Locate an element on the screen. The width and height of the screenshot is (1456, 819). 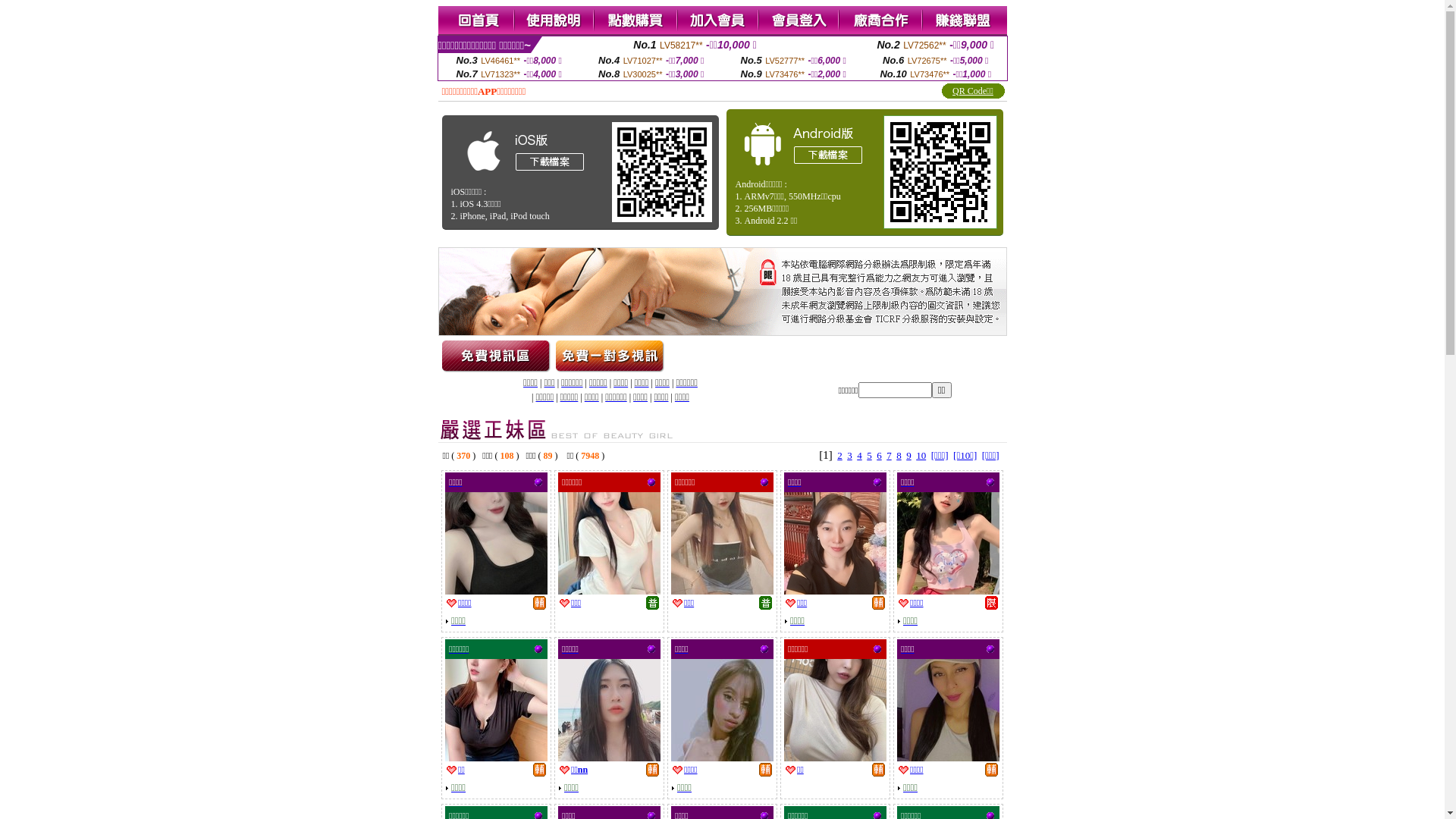
'10' is located at coordinates (920, 454).